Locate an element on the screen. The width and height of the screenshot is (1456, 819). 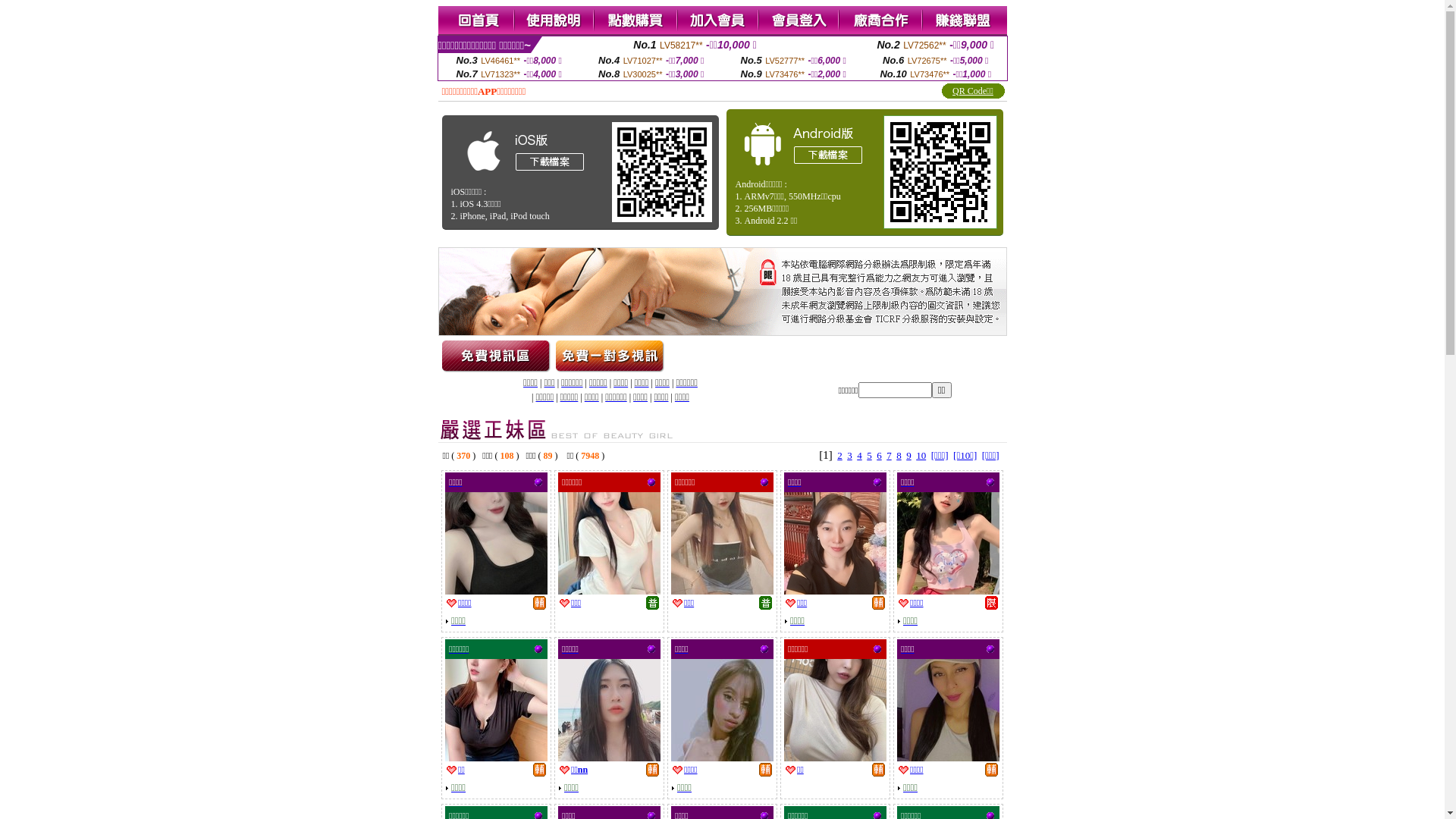
'10' is located at coordinates (920, 454).